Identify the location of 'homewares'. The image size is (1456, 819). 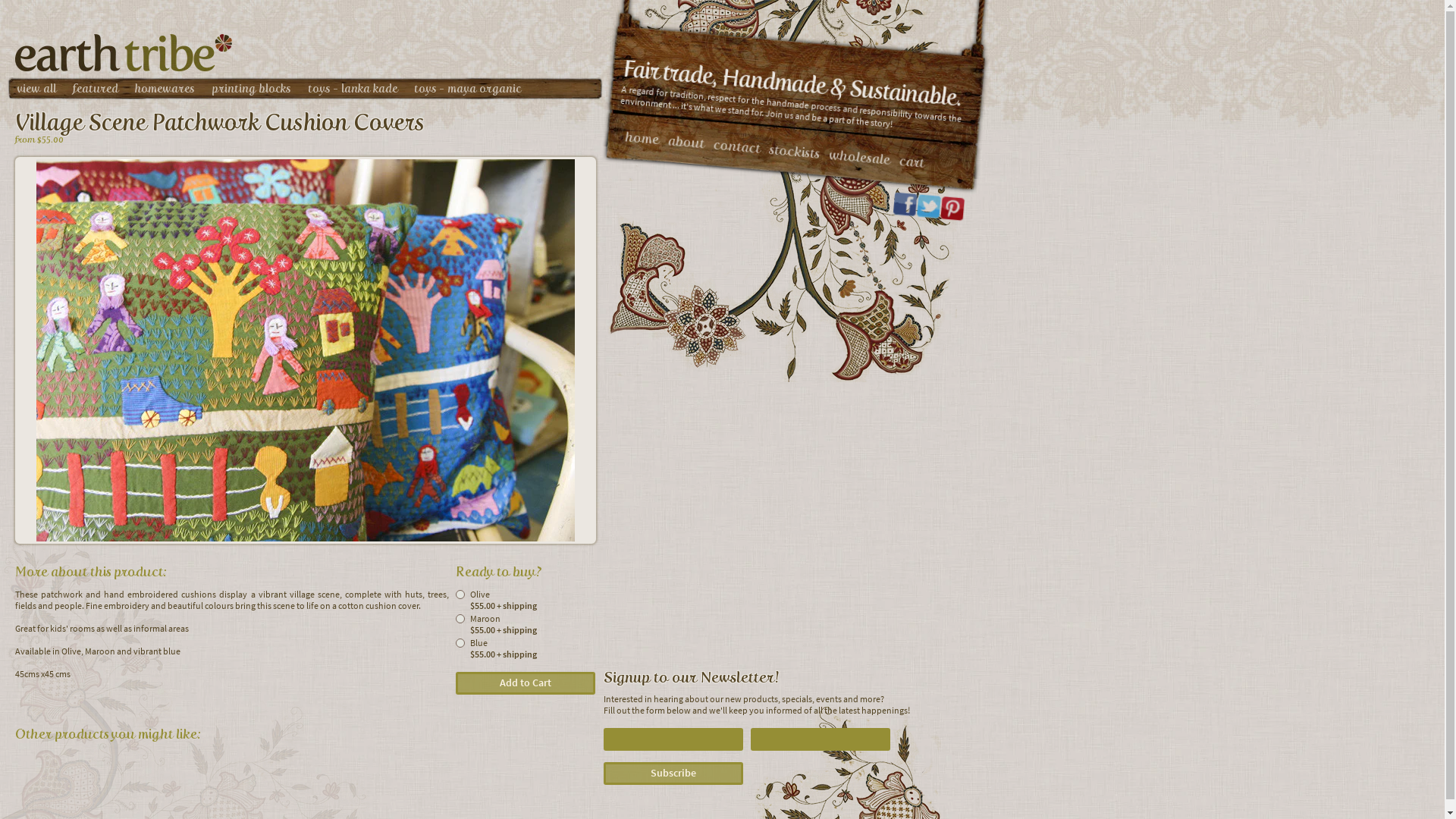
(165, 88).